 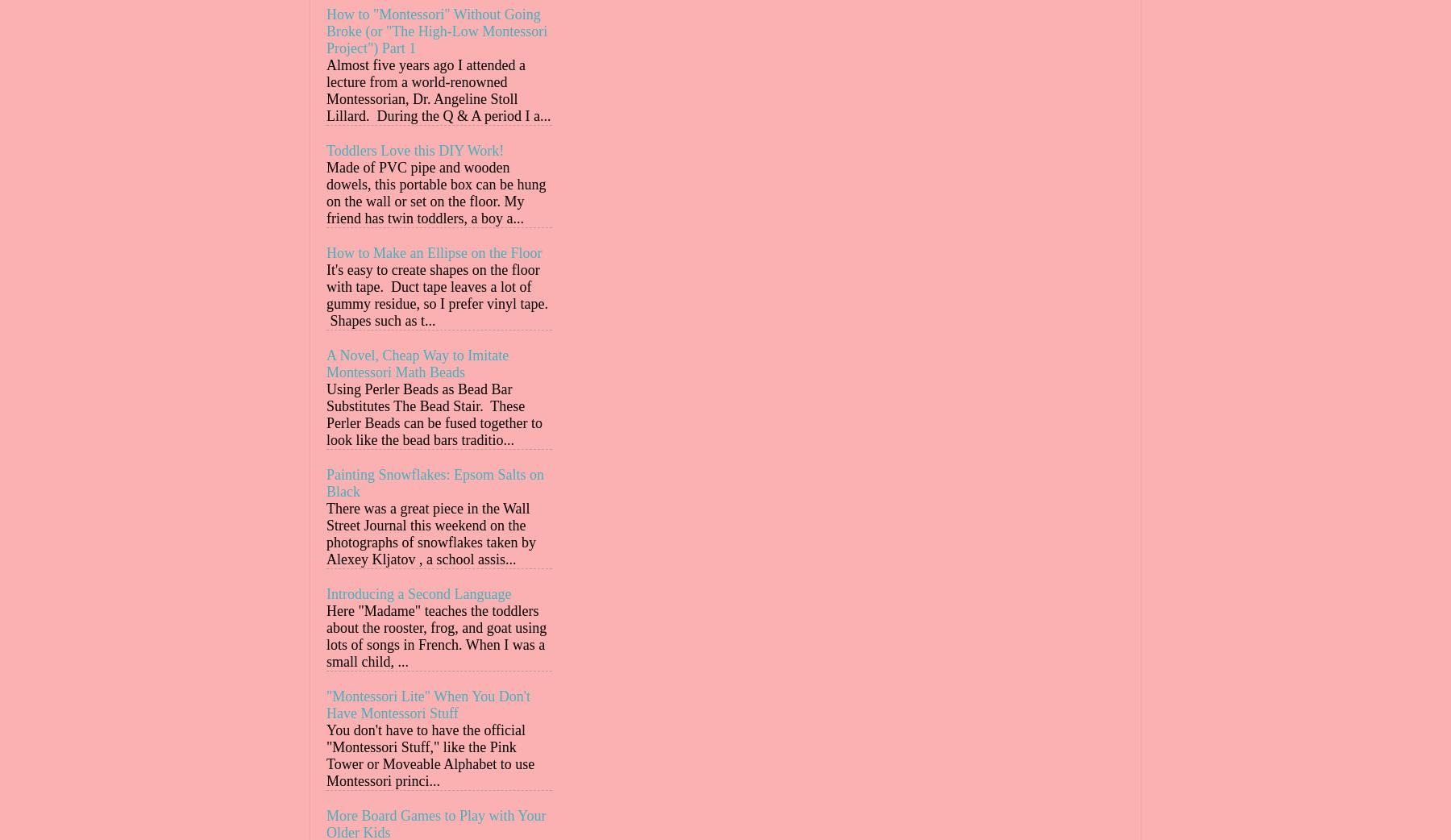 I want to click on 'Using Perler Beads as Bead Bar Substitutes    The Bead Stair.  These Perler Beads can be fused together to look like the bead bars traditio...', so click(x=433, y=414).